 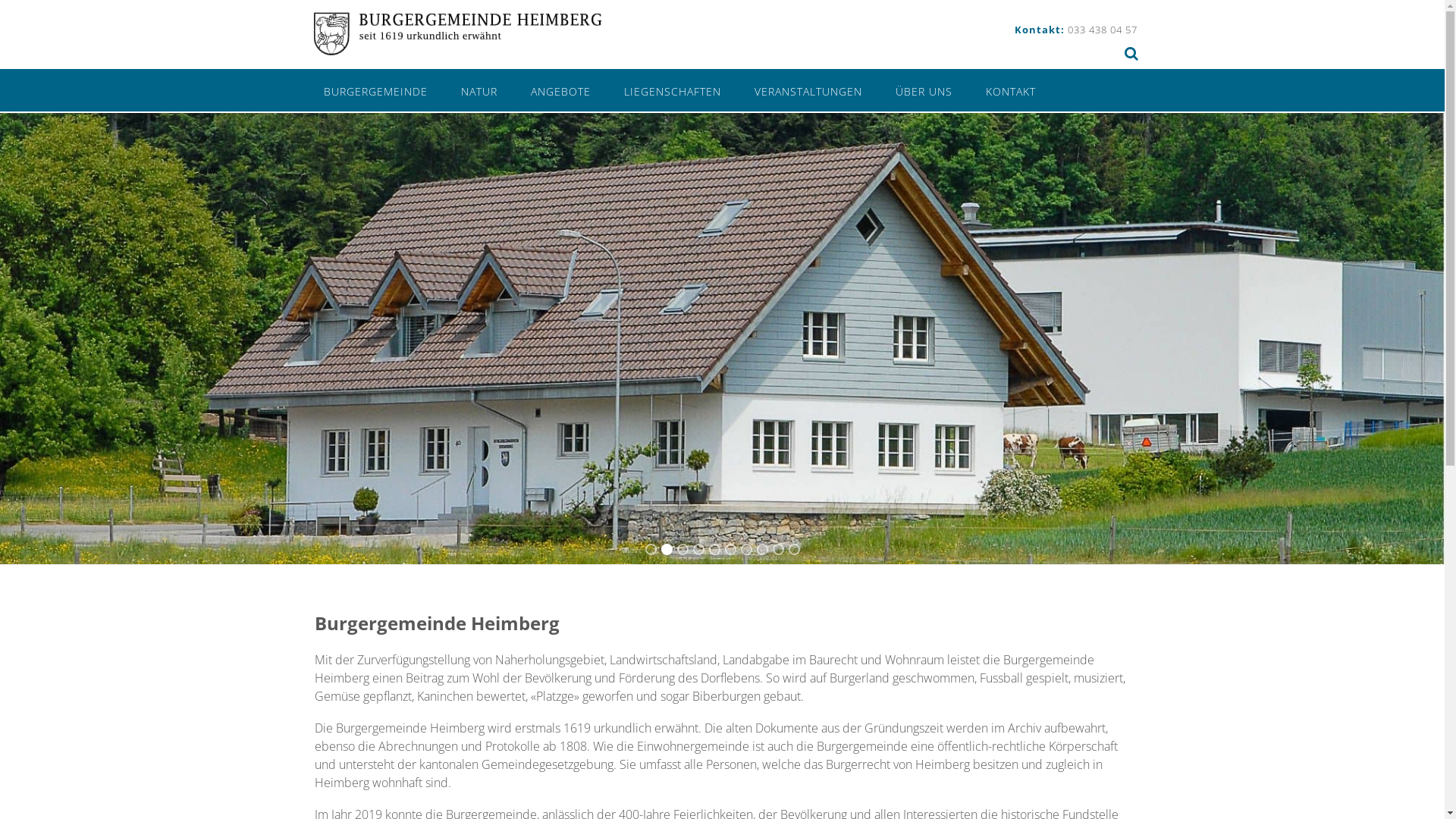 I want to click on '7', so click(x=746, y=549).